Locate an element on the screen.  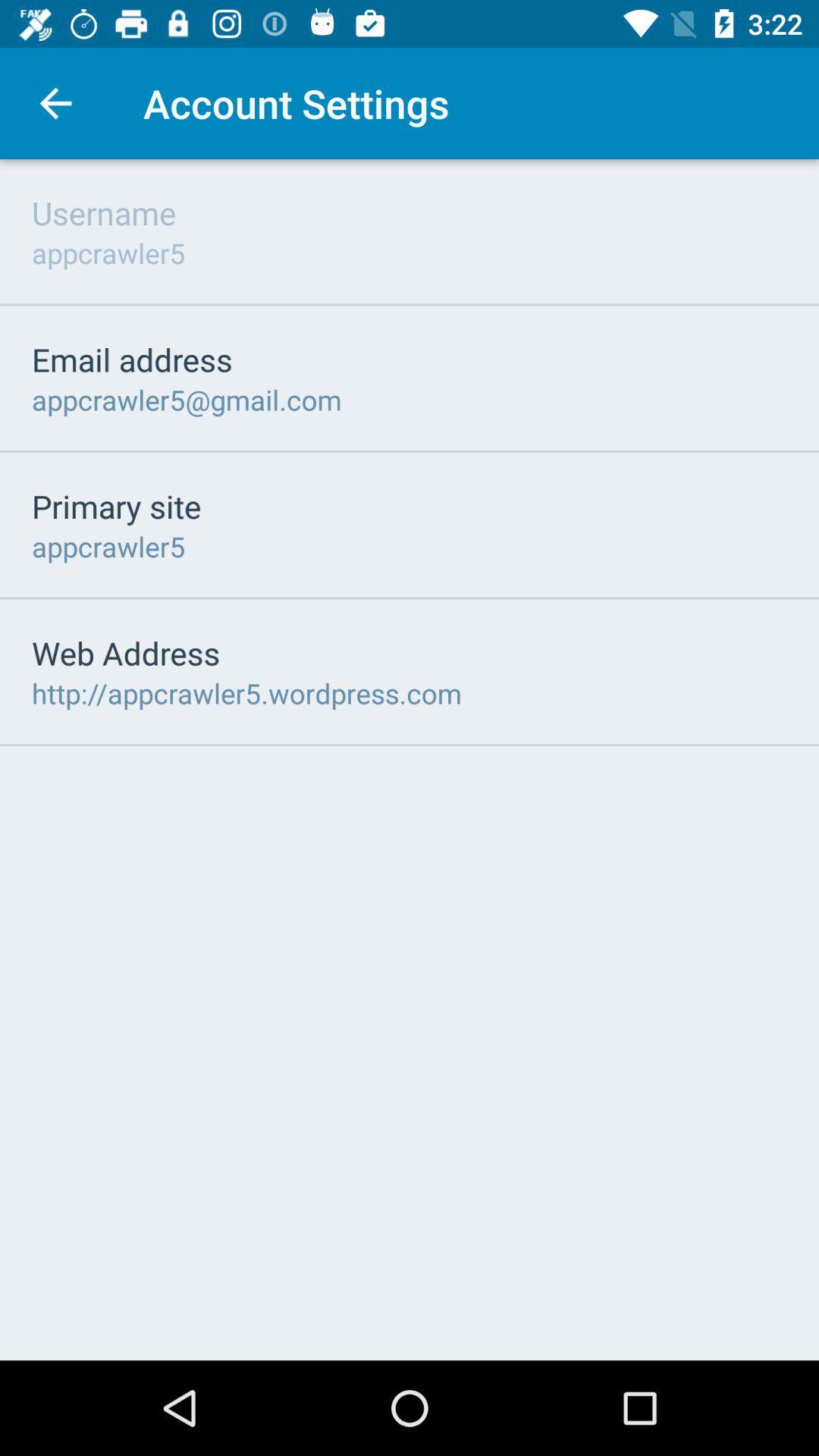
the icon above the appcrawler5 is located at coordinates (115, 506).